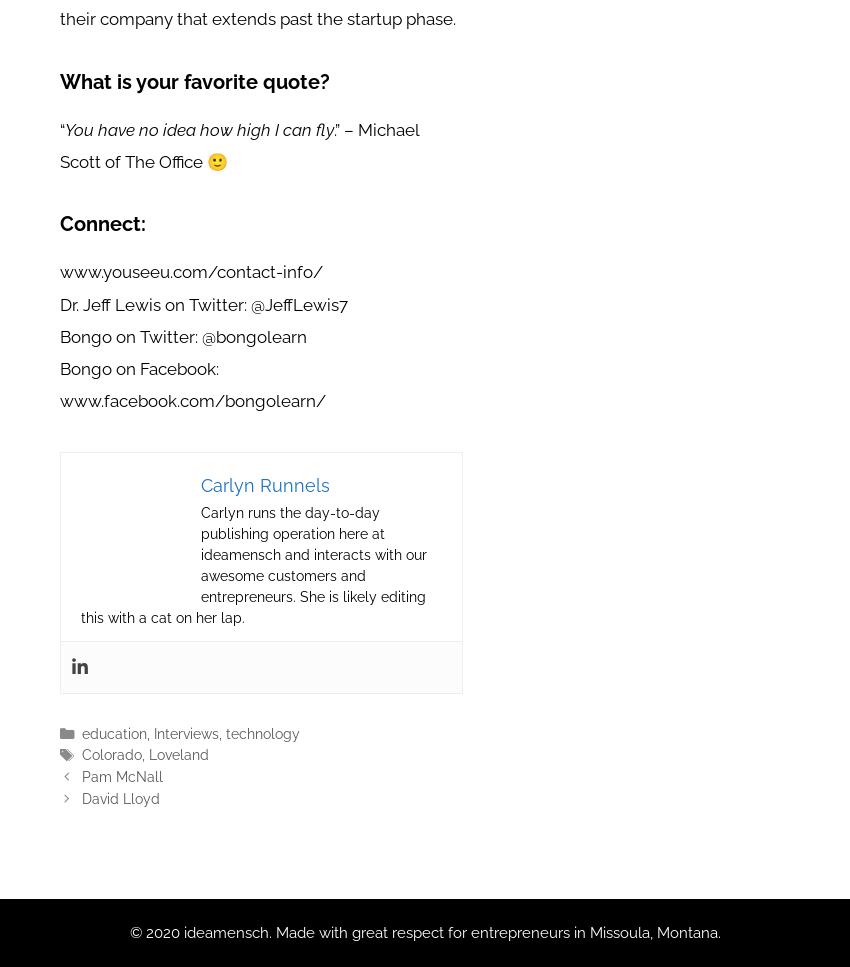  I want to click on 'What is your favorite quote?', so click(193, 81).